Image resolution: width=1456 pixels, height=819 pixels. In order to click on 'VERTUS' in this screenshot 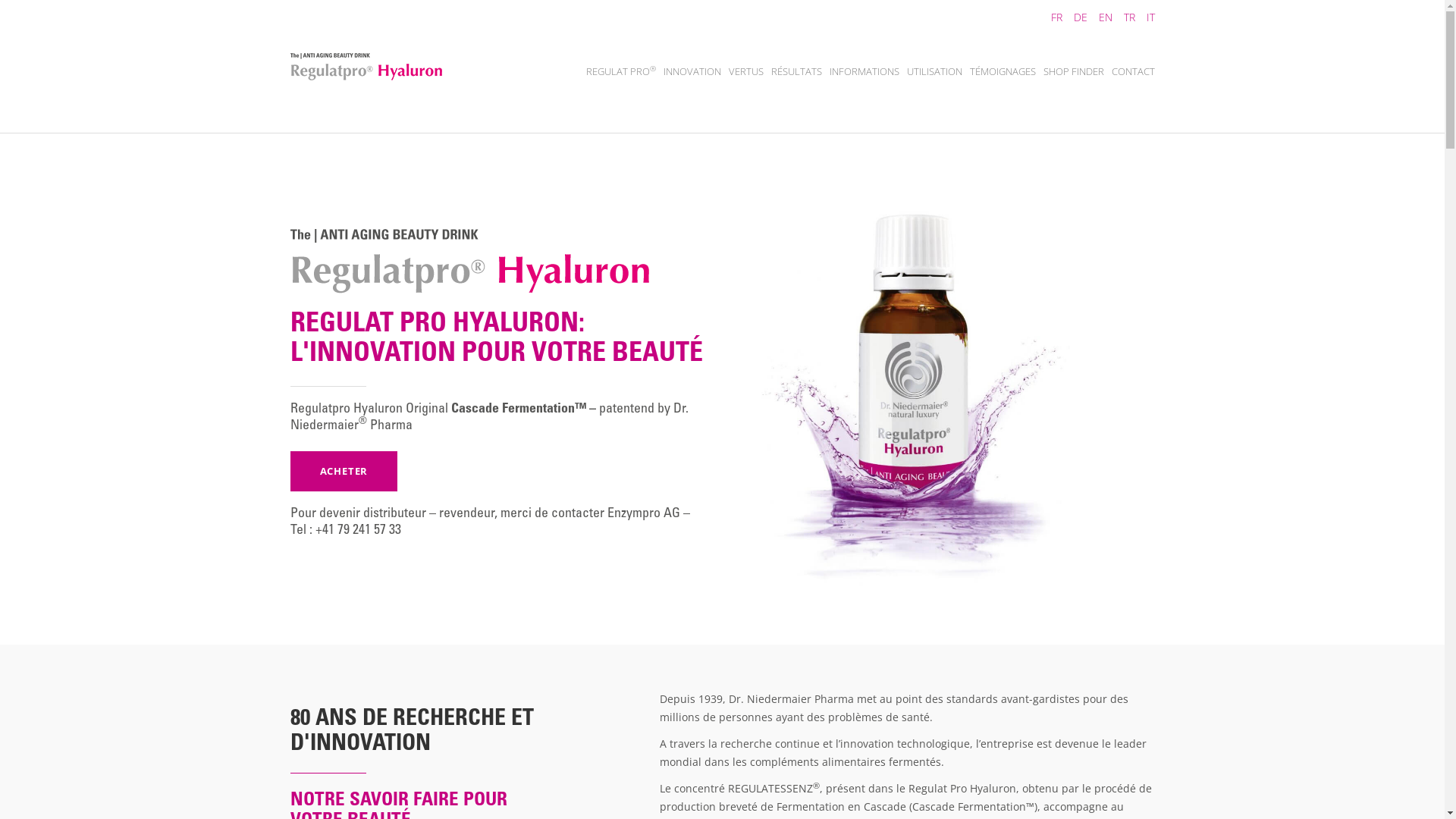, I will do `click(728, 71)`.